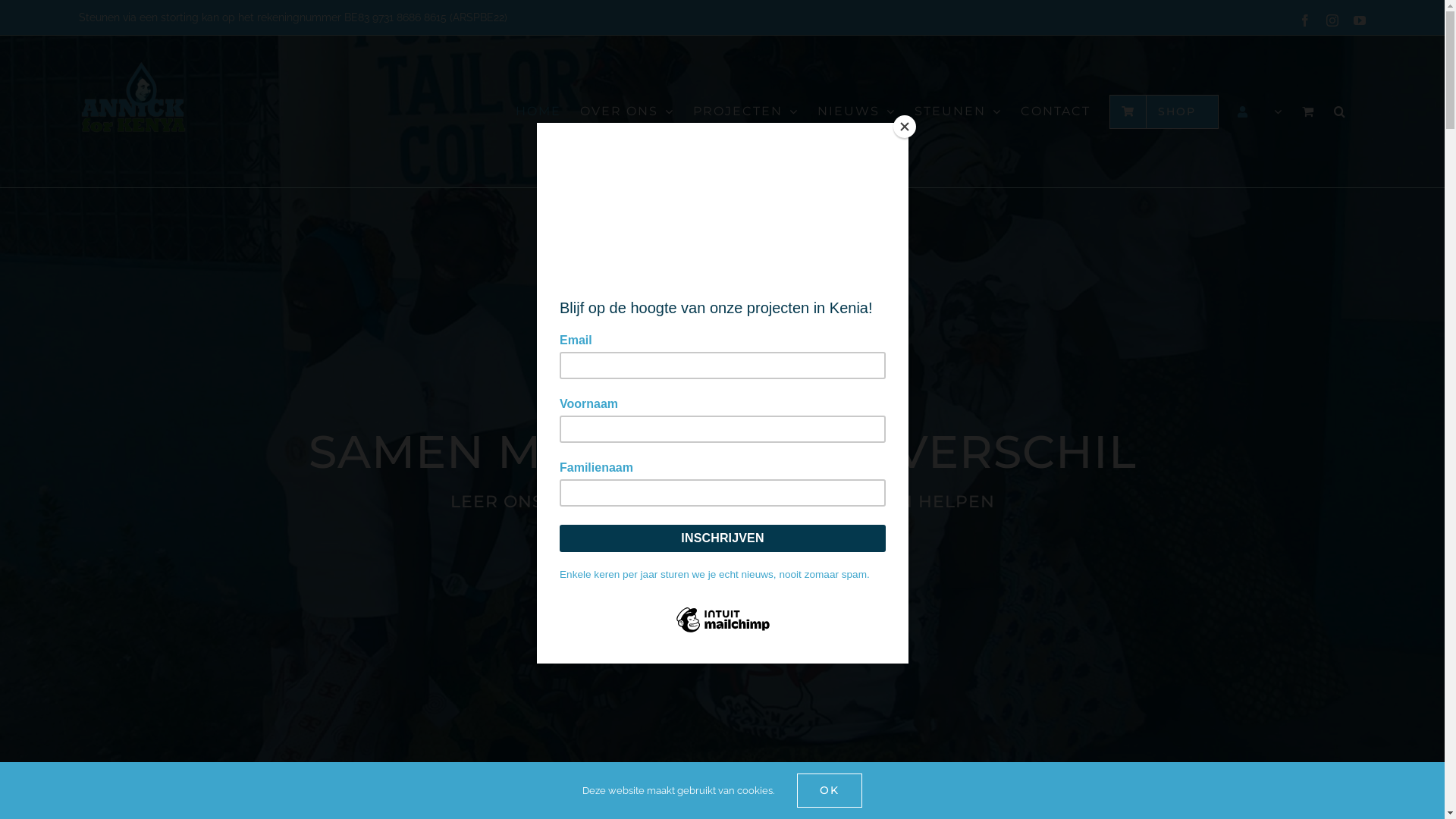  I want to click on 'Zoeken', so click(1332, 110).